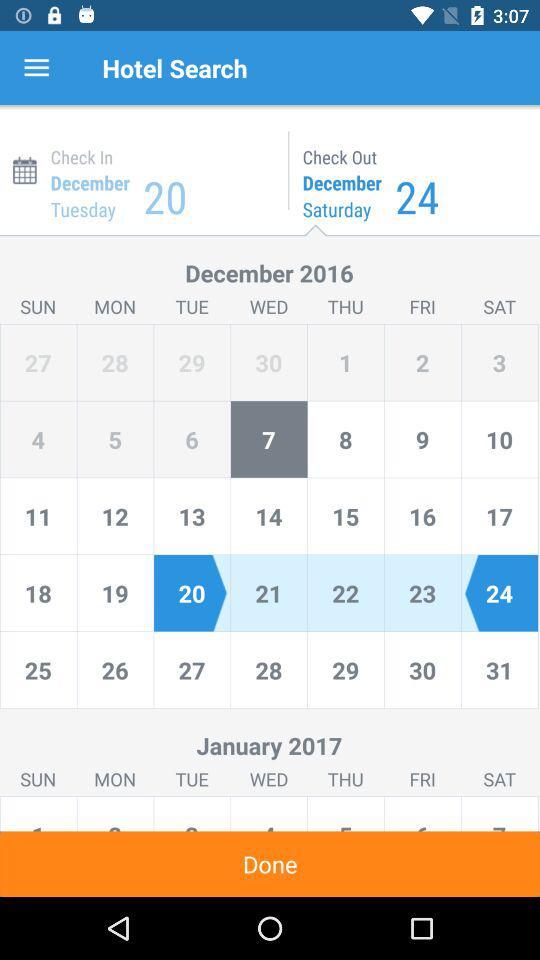 The height and width of the screenshot is (960, 540). Describe the element at coordinates (344, 515) in the screenshot. I see `the number 15` at that location.